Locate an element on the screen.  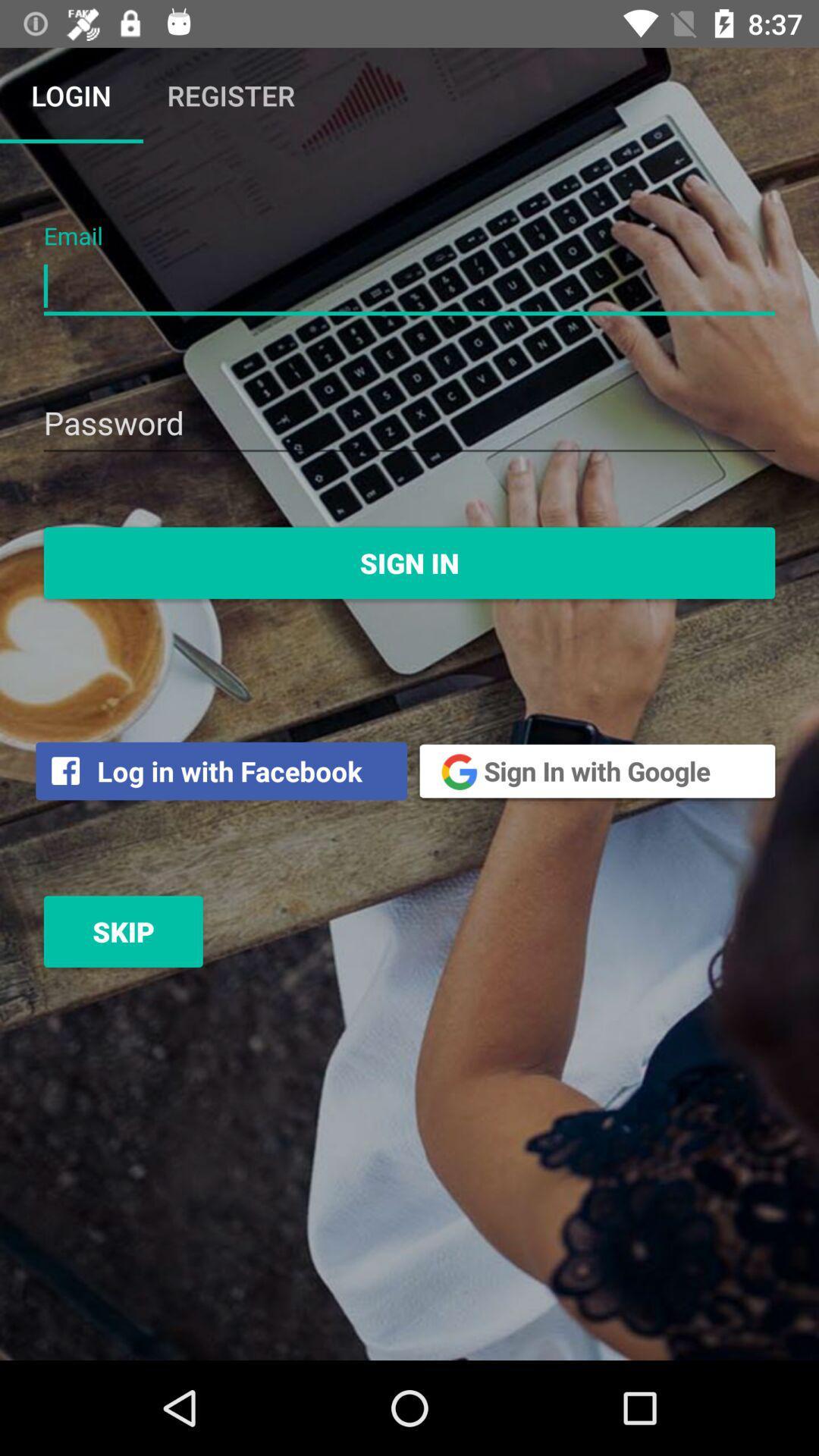
email is located at coordinates (409, 287).